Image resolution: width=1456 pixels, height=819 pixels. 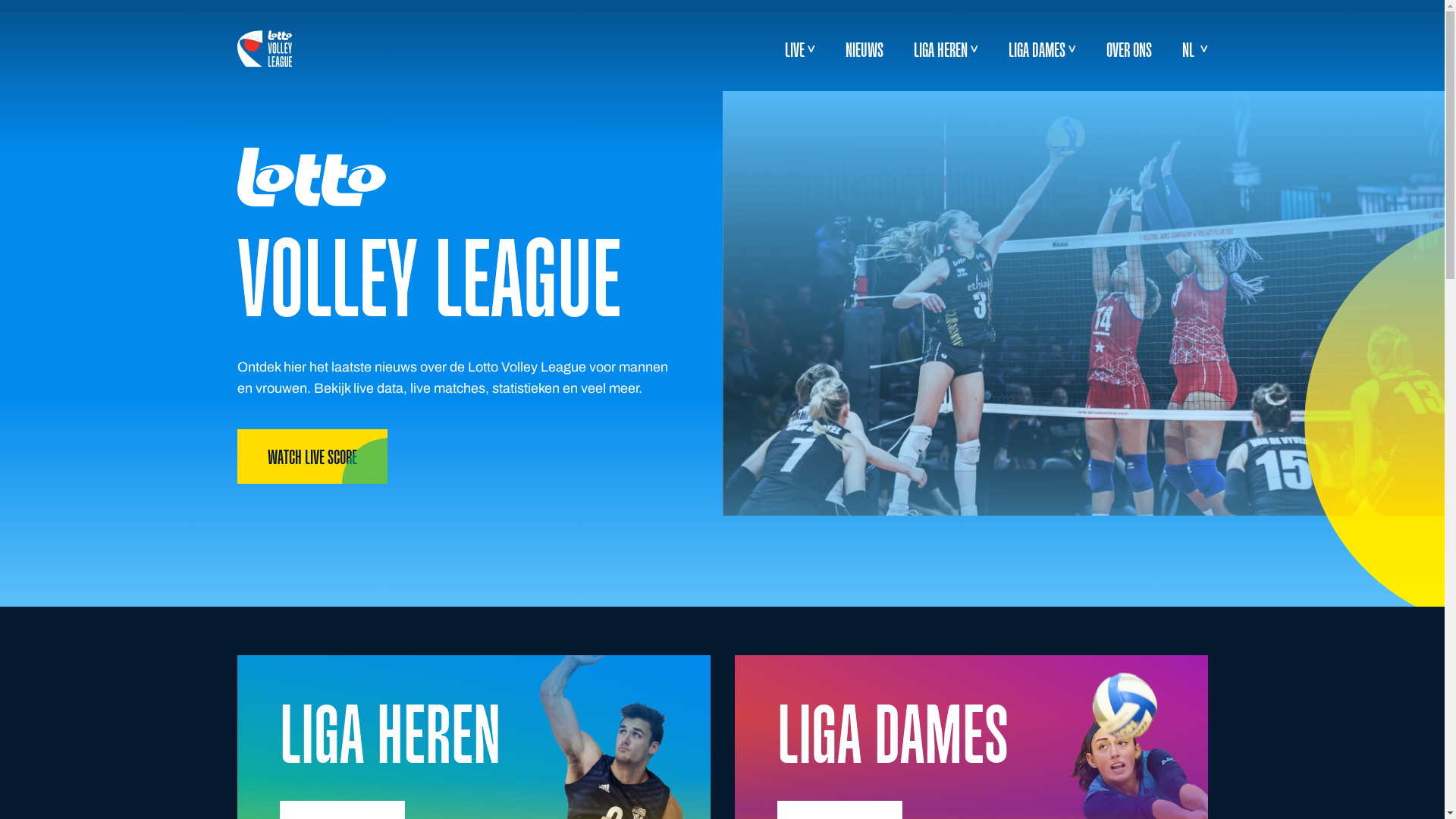 What do you see at coordinates (311, 455) in the screenshot?
I see `'WATCH LIVE SCORE'` at bounding box center [311, 455].